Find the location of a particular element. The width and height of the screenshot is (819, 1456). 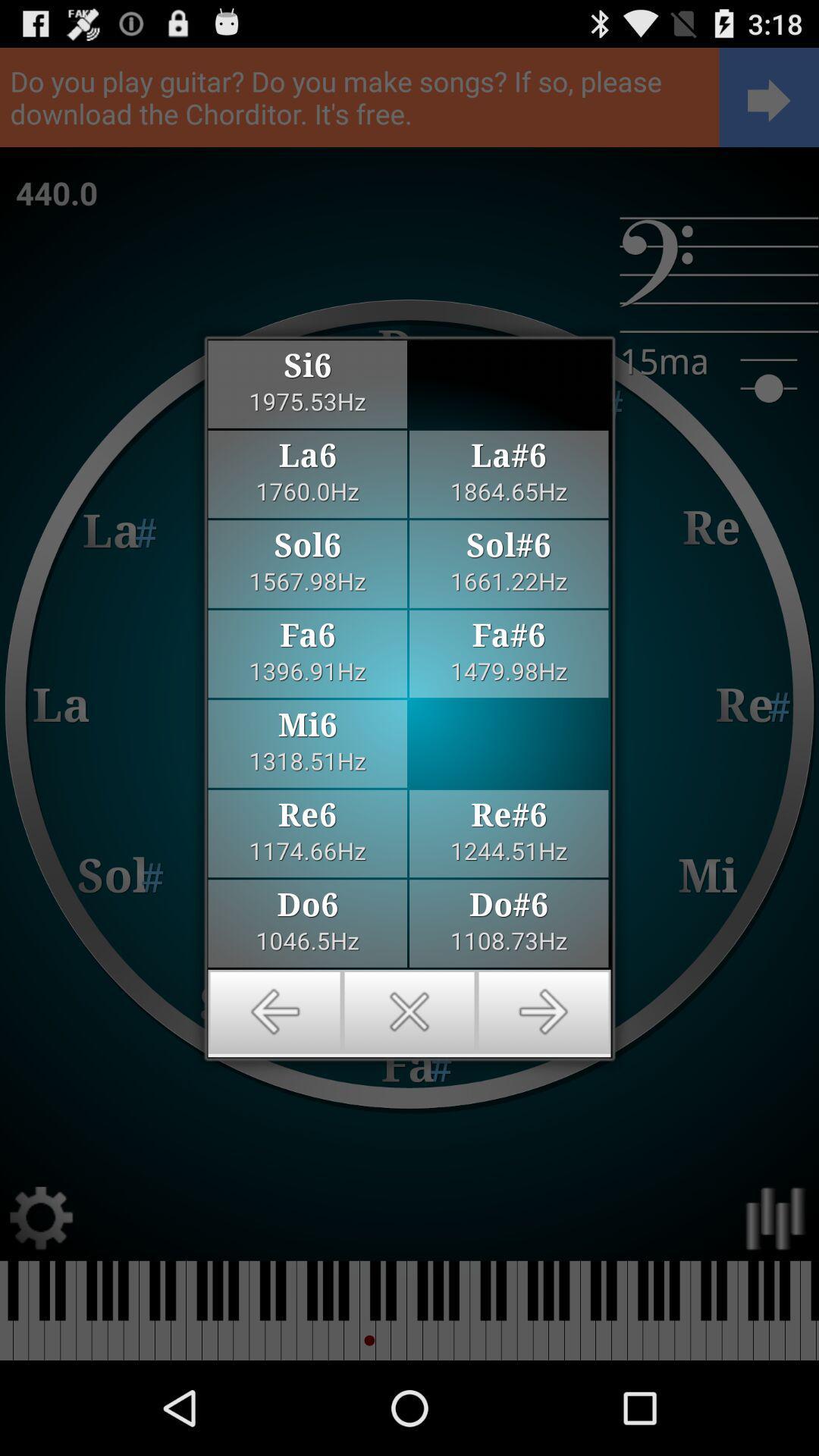

go back is located at coordinates (275, 1012).